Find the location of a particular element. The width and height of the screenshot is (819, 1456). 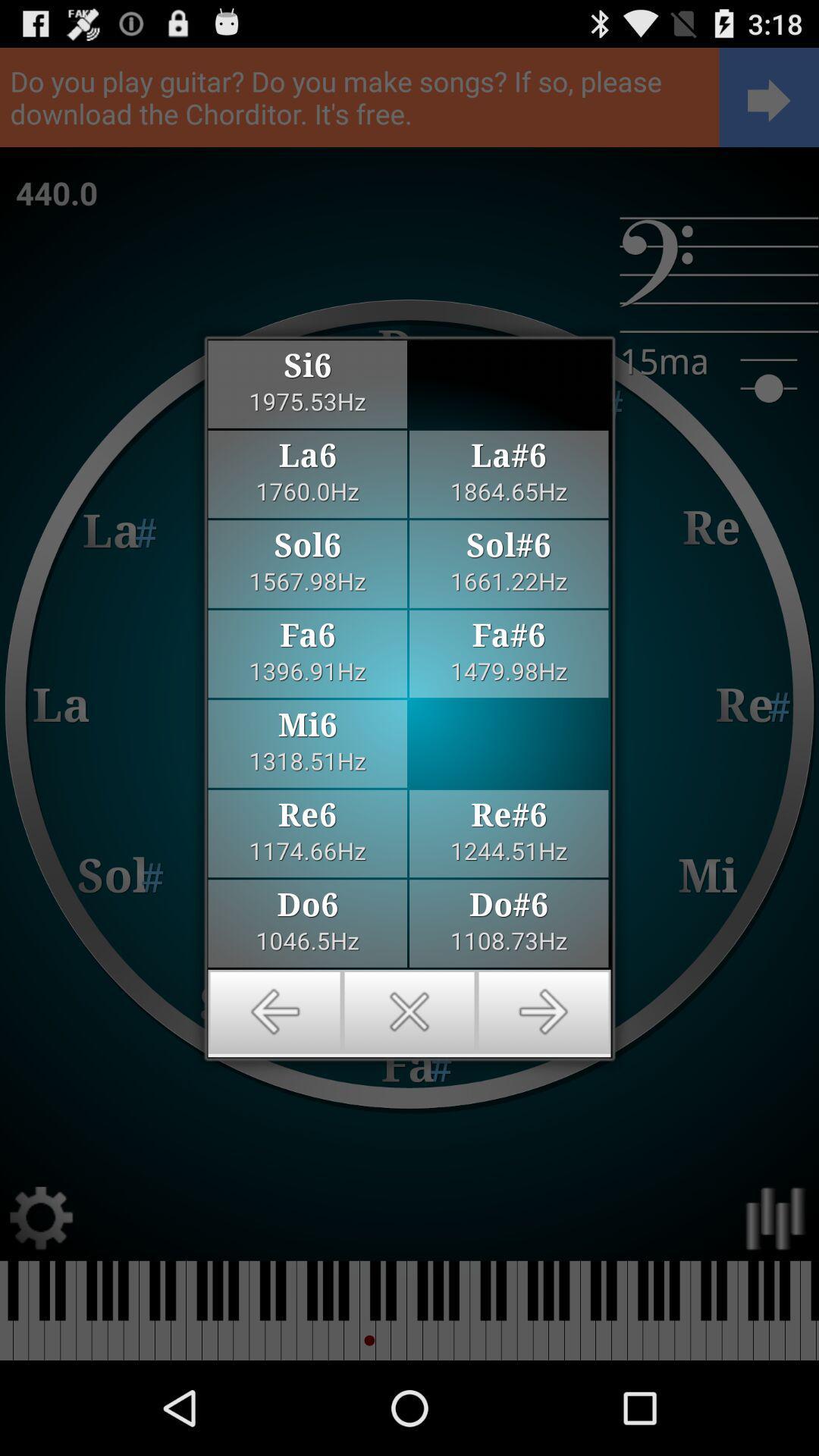

go back is located at coordinates (275, 1012).